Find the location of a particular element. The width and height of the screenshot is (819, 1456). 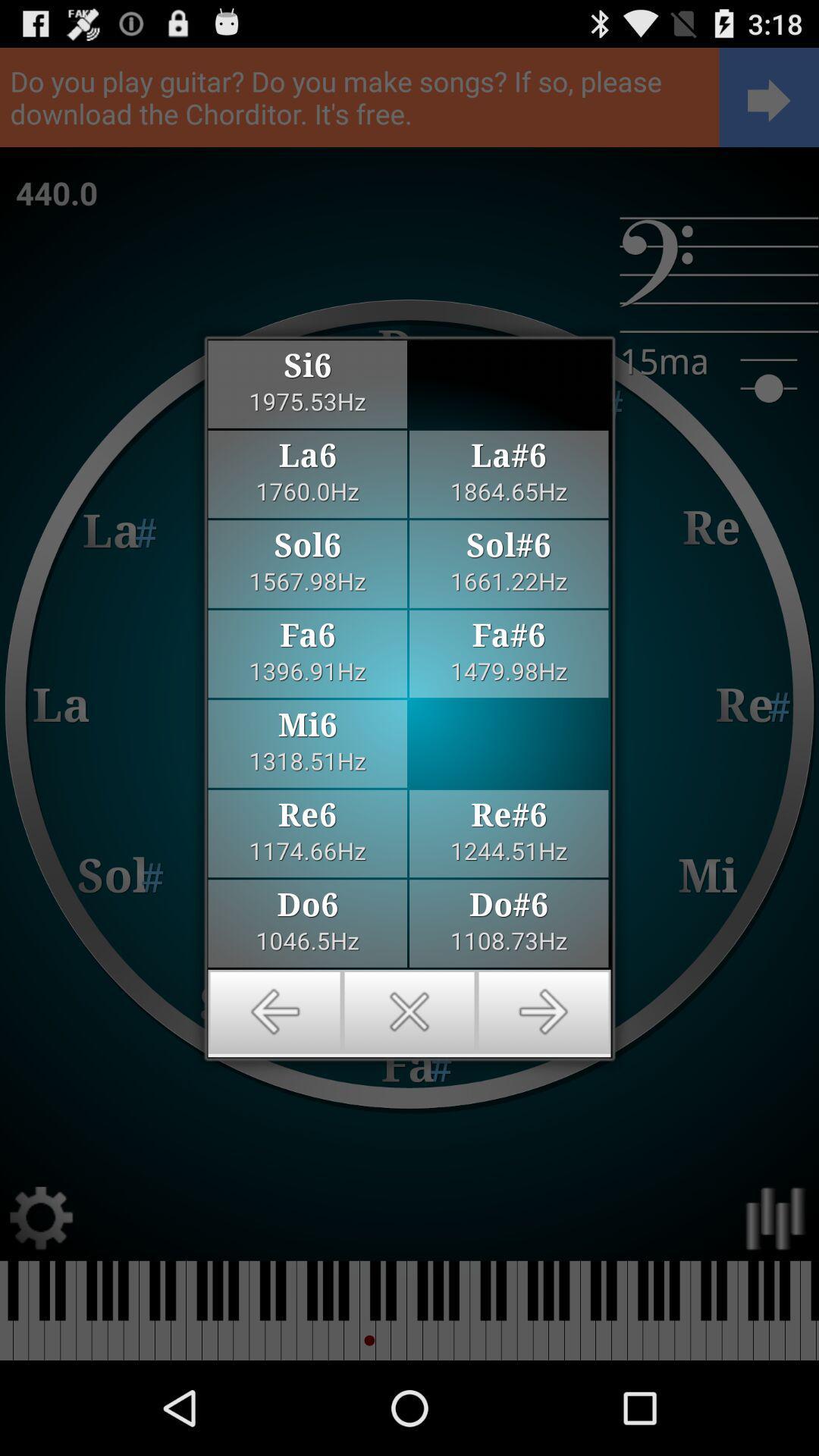

go back is located at coordinates (275, 1012).